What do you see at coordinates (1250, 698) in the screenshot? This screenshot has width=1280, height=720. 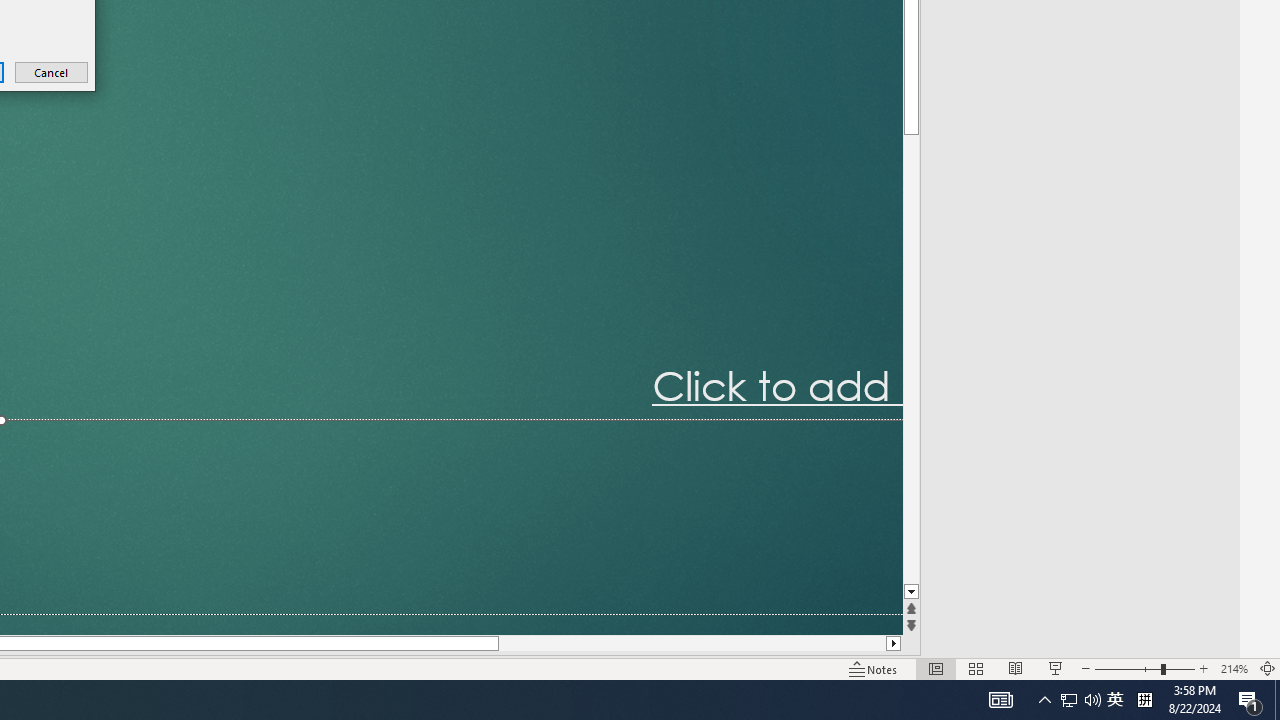 I see `'Action Center, 1 new notification'` at bounding box center [1250, 698].